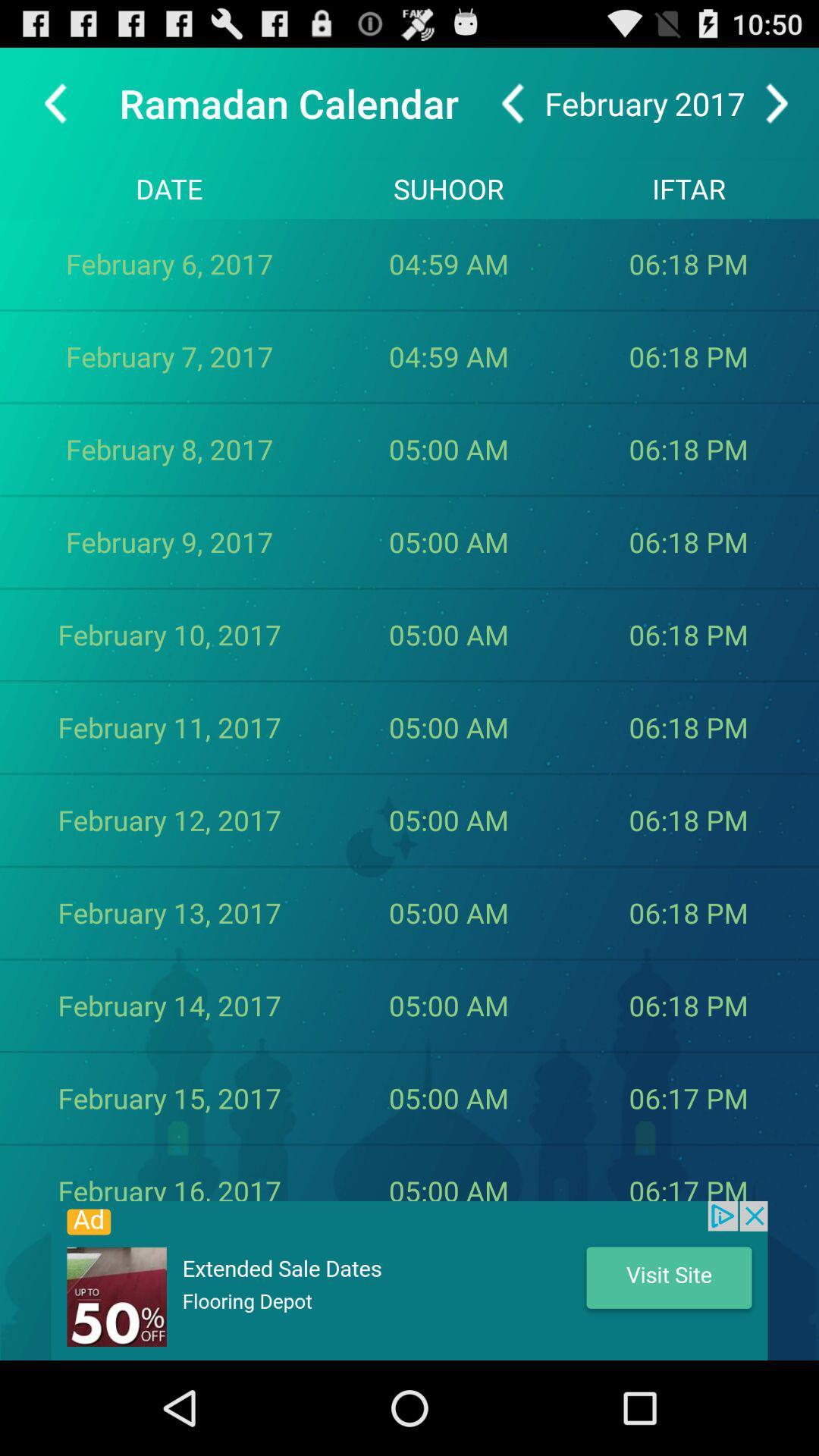 Image resolution: width=819 pixels, height=1456 pixels. What do you see at coordinates (409, 1280) in the screenshot?
I see `this app is specially dedicated to muslim brothers and sisters` at bounding box center [409, 1280].